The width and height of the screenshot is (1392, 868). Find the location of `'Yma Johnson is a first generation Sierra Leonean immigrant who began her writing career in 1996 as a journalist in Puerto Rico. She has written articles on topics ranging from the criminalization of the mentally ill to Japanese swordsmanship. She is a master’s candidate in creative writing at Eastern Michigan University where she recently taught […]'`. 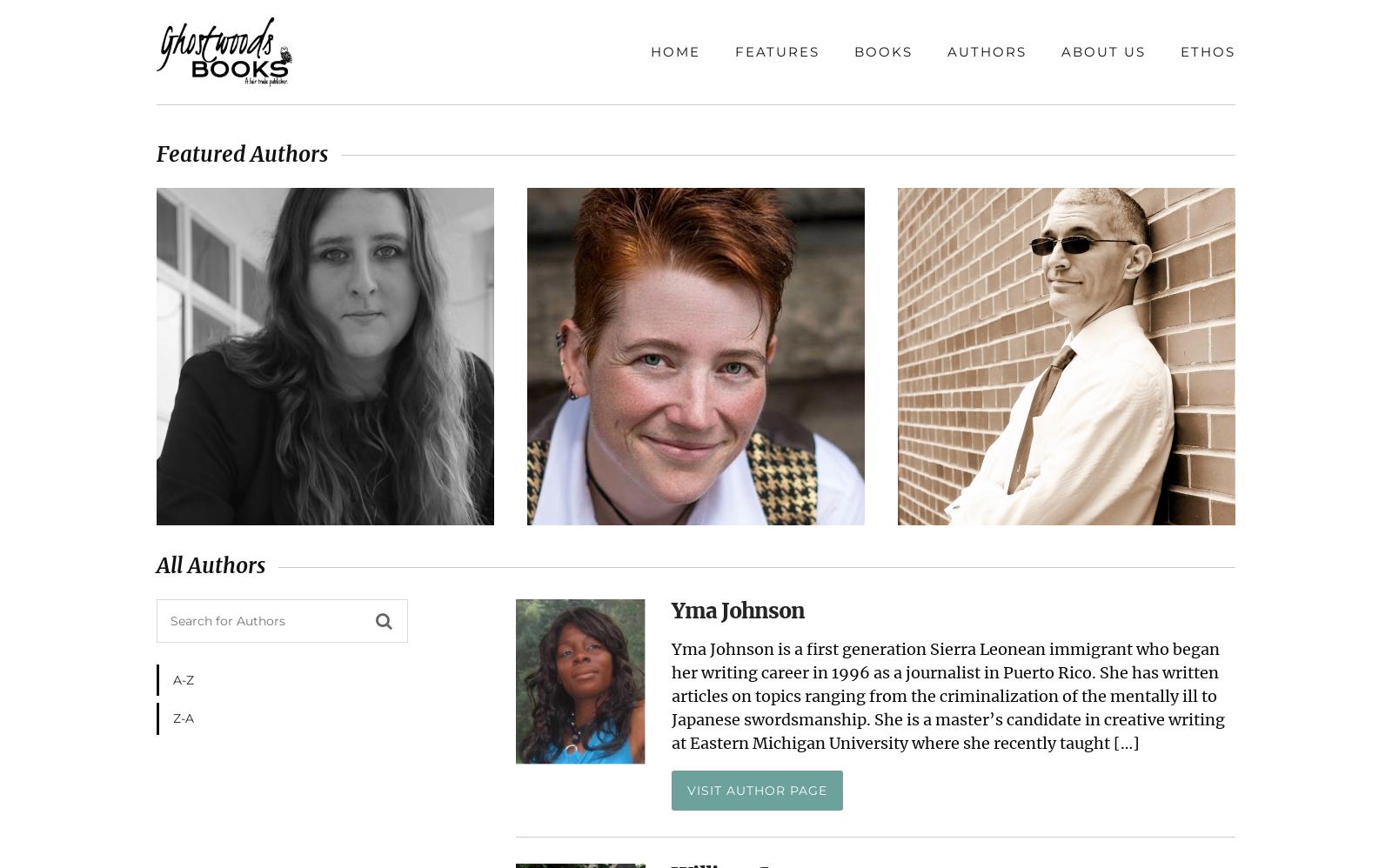

'Yma Johnson is a first generation Sierra Leonean immigrant who began her writing career in 1996 as a journalist in Puerto Rico. She has written articles on topics ranging from the criminalization of the mentally ill to Japanese swordsmanship. She is a master’s candidate in creative writing at Eastern Michigan University where she recently taught […]' is located at coordinates (672, 695).